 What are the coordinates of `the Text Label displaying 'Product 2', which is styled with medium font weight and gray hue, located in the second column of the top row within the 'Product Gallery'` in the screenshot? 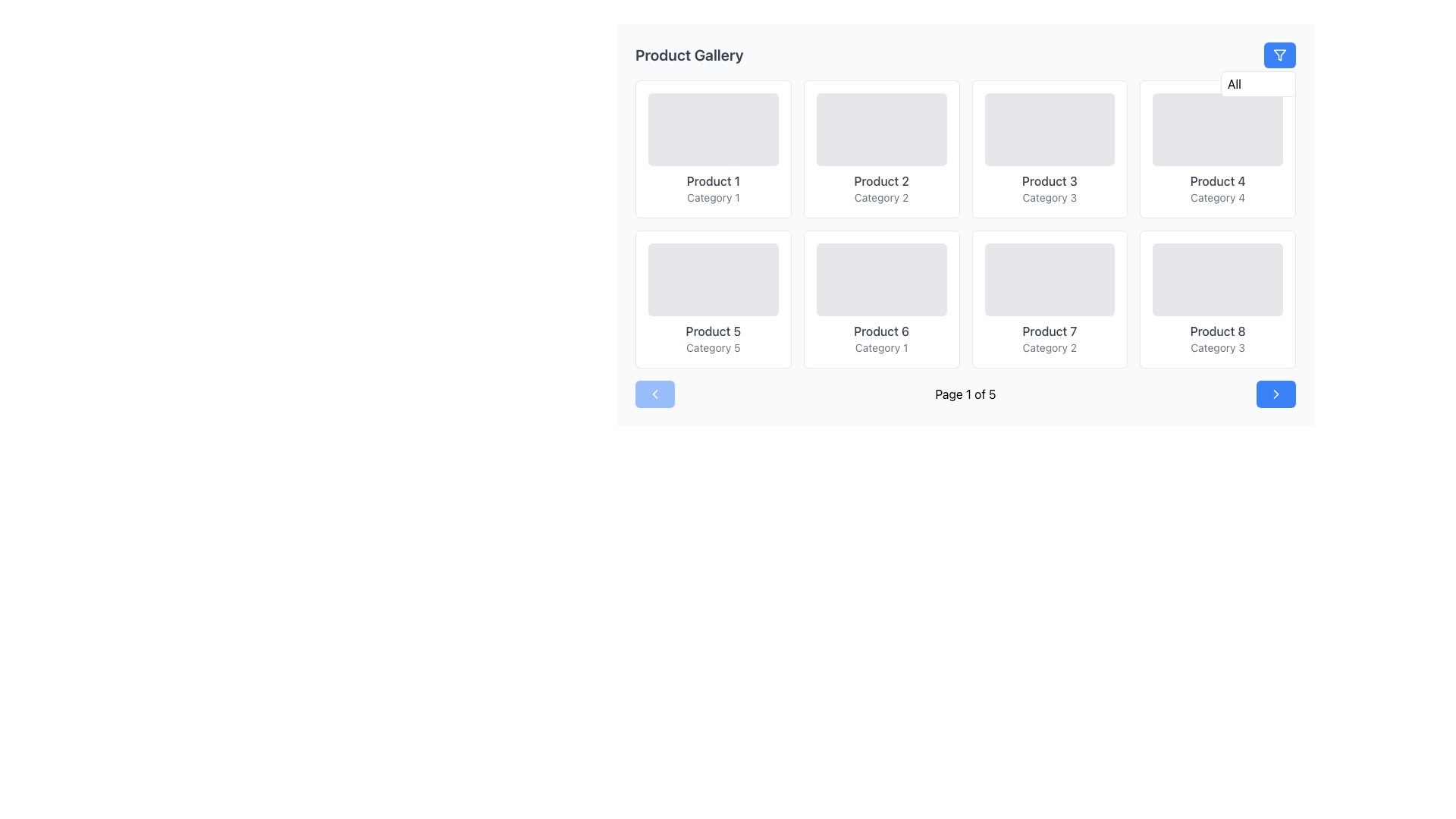 It's located at (881, 180).